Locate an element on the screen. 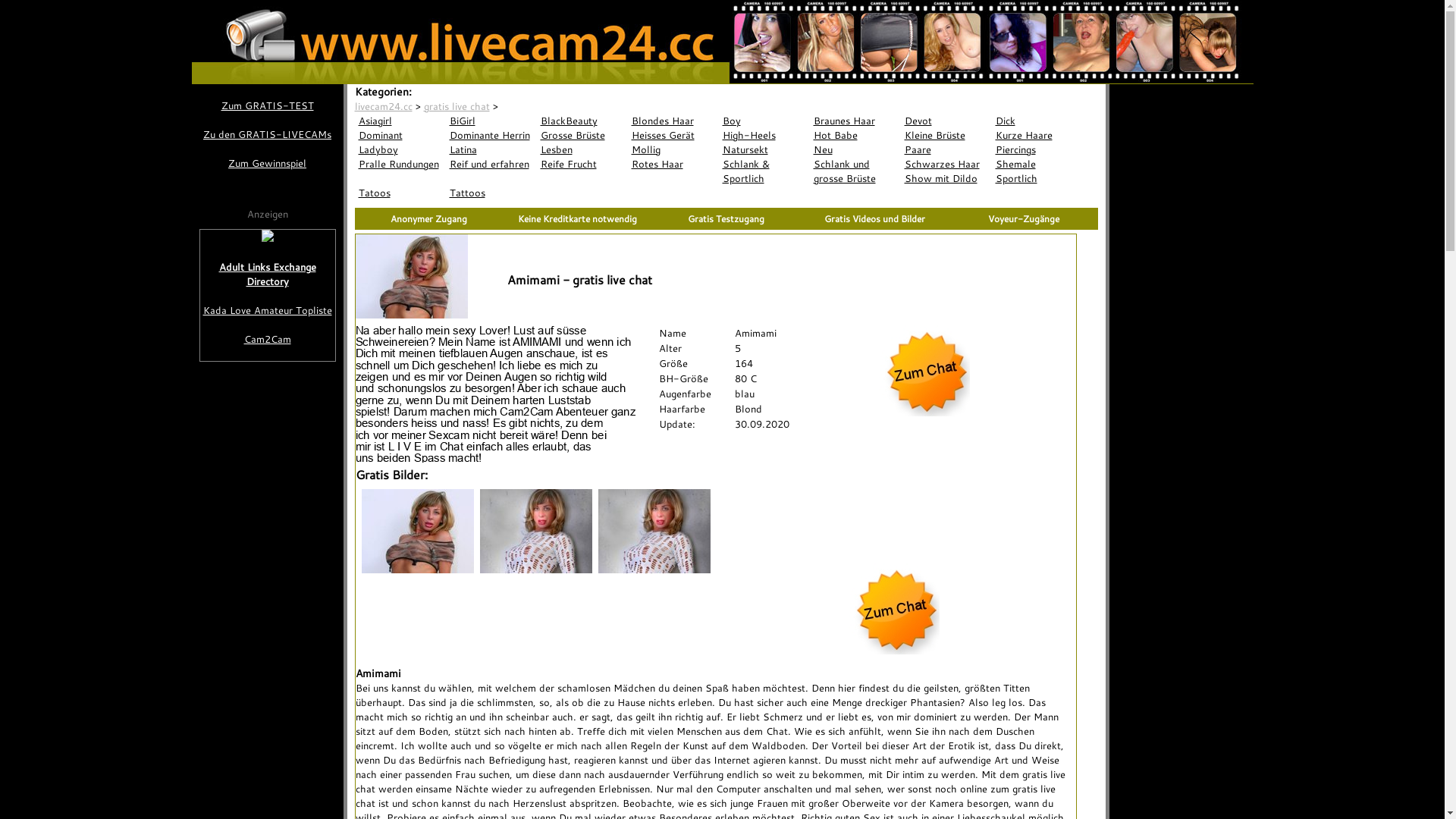 This screenshot has width=1456, height=819. 'gratis live chat' is located at coordinates (455, 105).